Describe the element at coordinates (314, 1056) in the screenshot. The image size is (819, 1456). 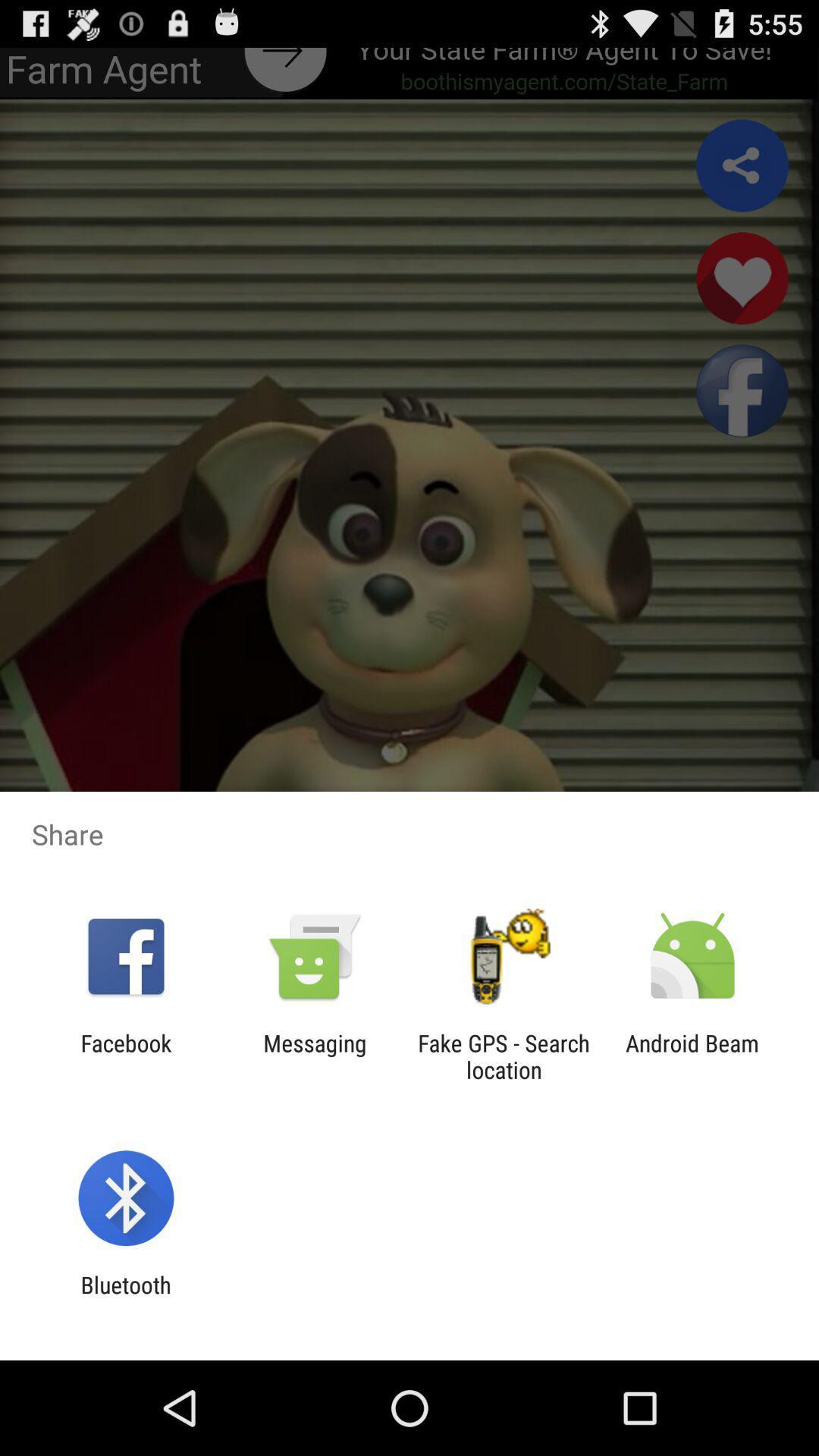
I see `icon next to the fake gps search icon` at that location.